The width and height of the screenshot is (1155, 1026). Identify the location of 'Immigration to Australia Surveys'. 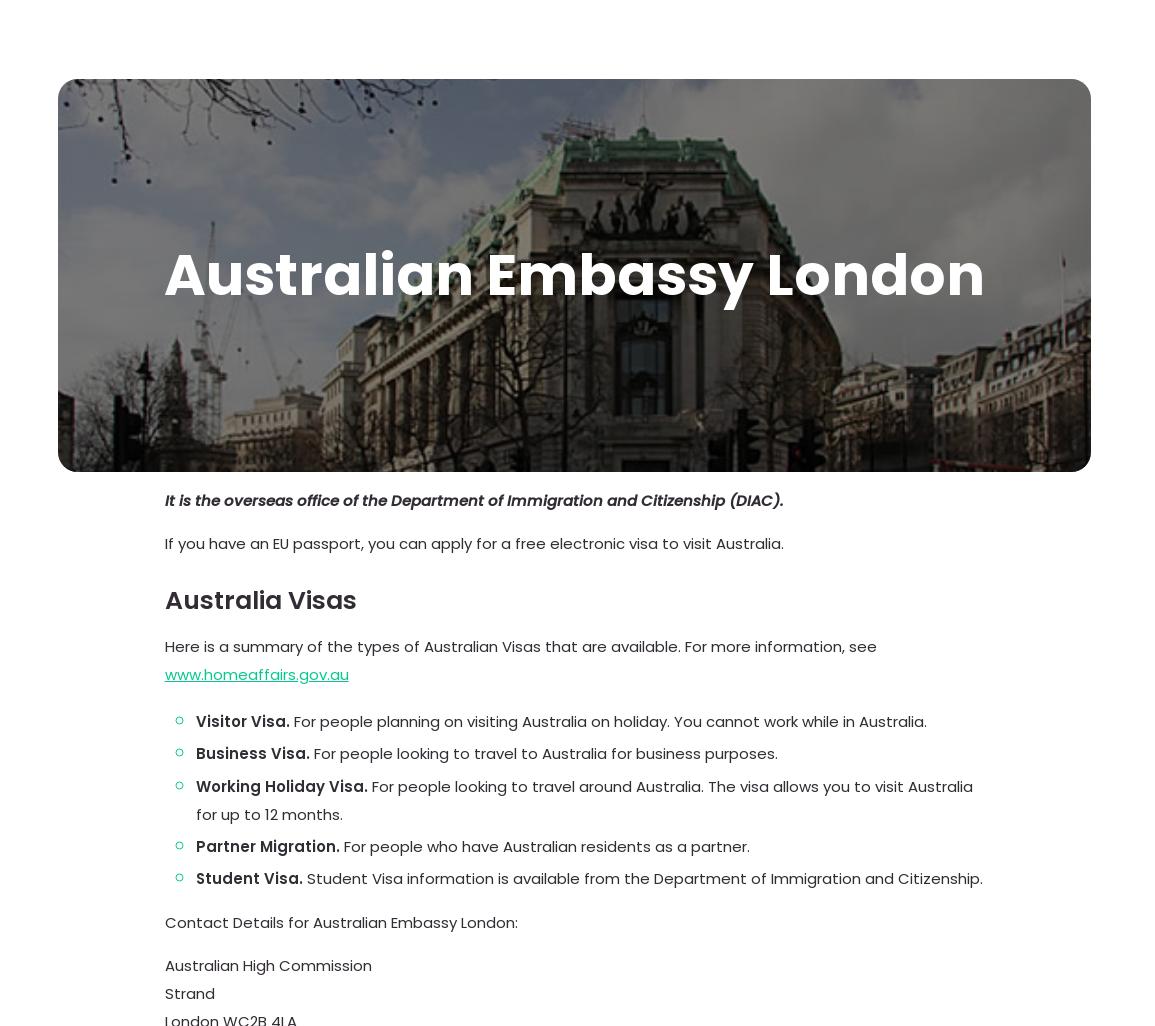
(257, 529).